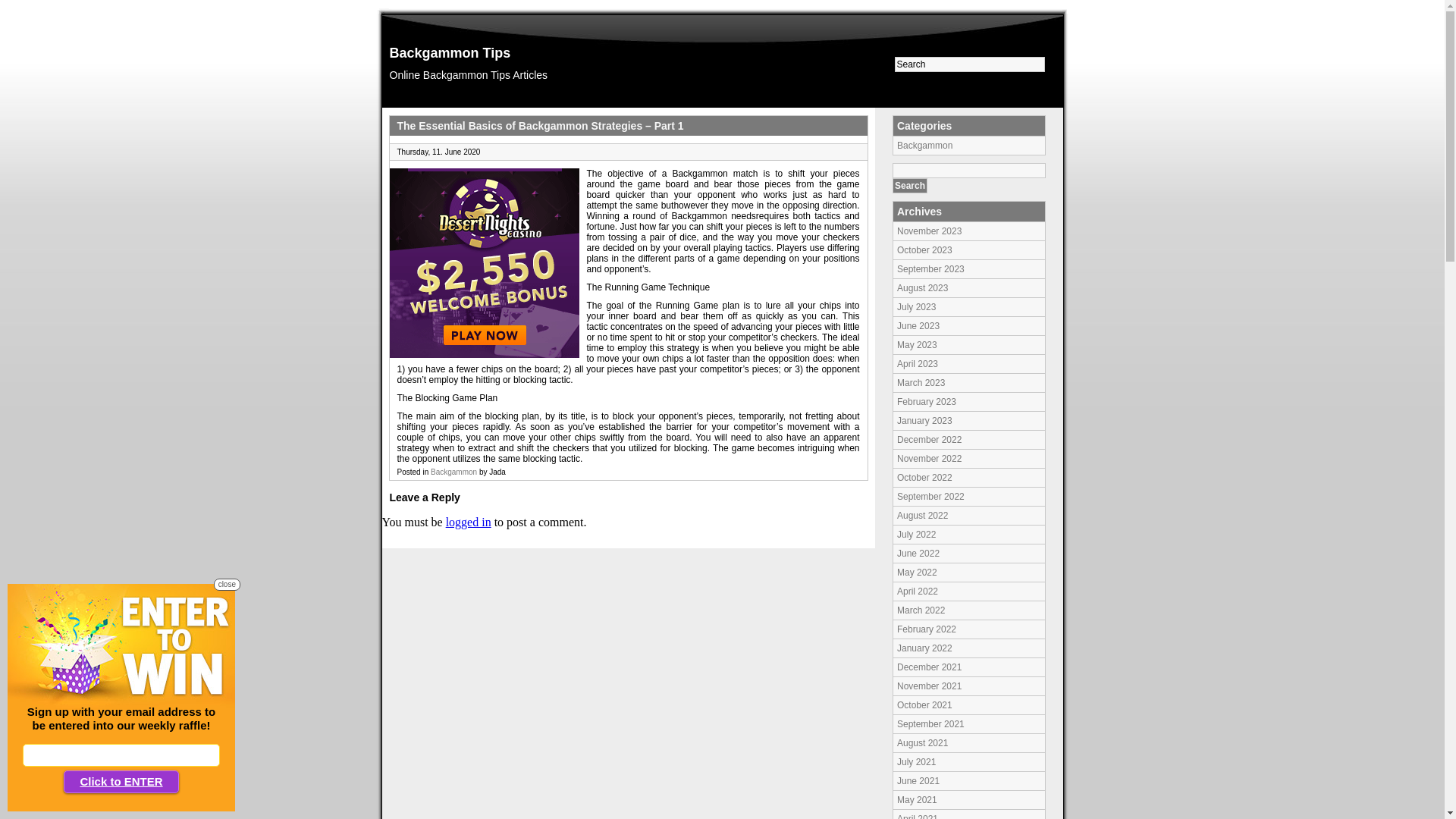 The width and height of the screenshot is (1456, 819). I want to click on 'October 2022', so click(924, 476).